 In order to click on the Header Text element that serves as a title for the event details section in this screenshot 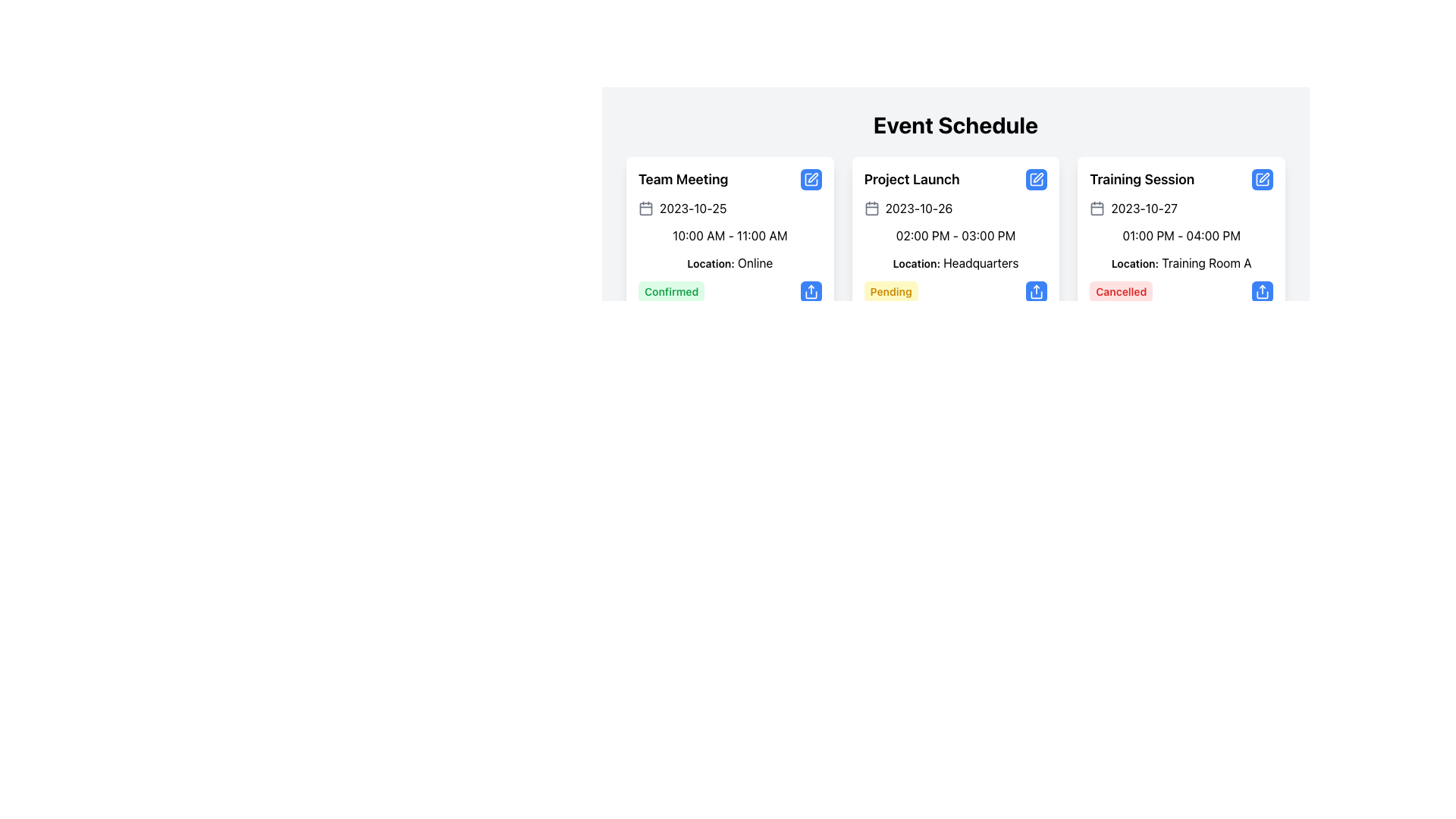, I will do `click(955, 124)`.